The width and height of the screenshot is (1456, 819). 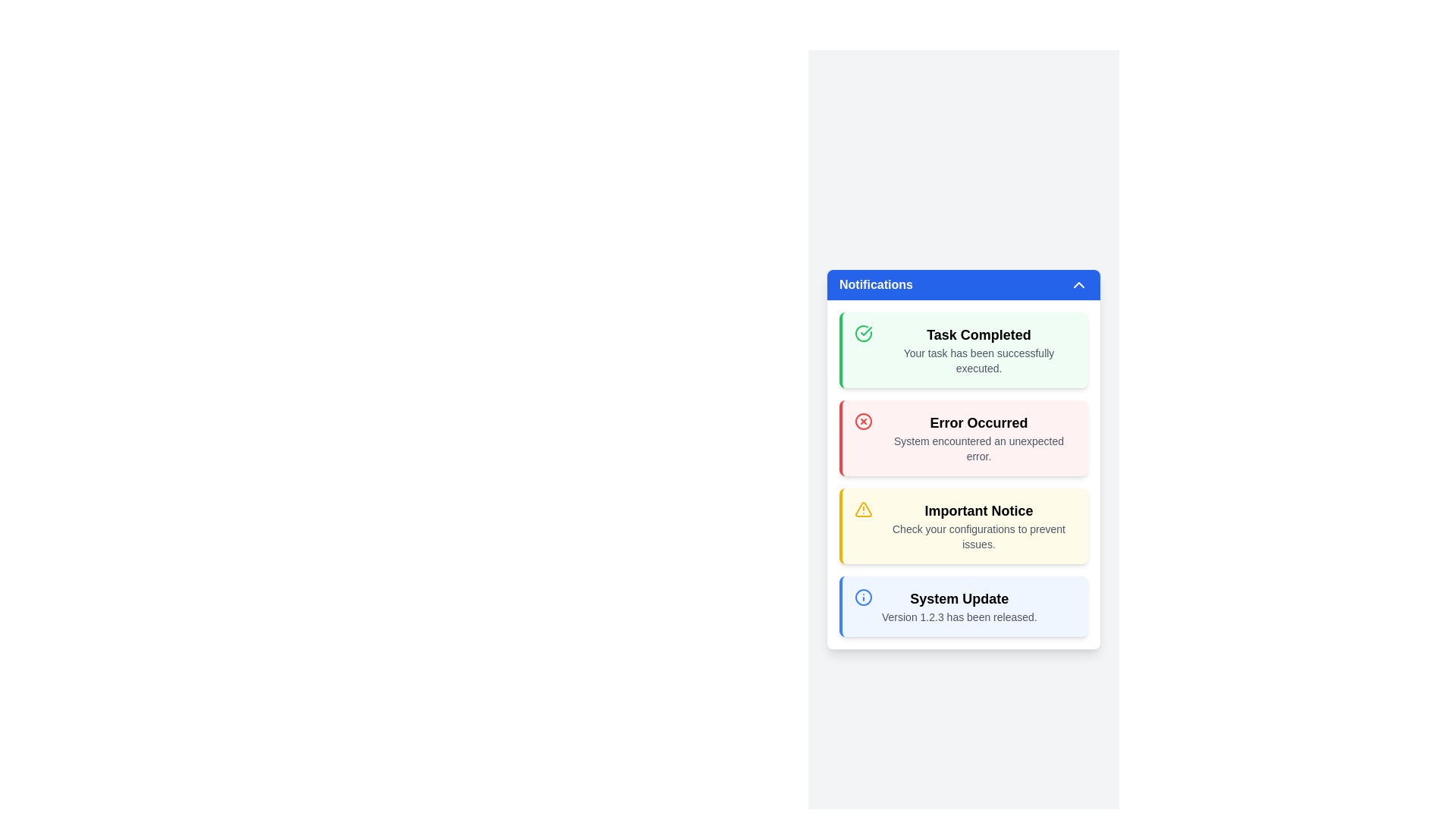 I want to click on the error or alert icon located in the second notification block from the top, which indicates an error with the message 'Error Occurred' and 'System encountered an unexpected error.', so click(x=863, y=421).